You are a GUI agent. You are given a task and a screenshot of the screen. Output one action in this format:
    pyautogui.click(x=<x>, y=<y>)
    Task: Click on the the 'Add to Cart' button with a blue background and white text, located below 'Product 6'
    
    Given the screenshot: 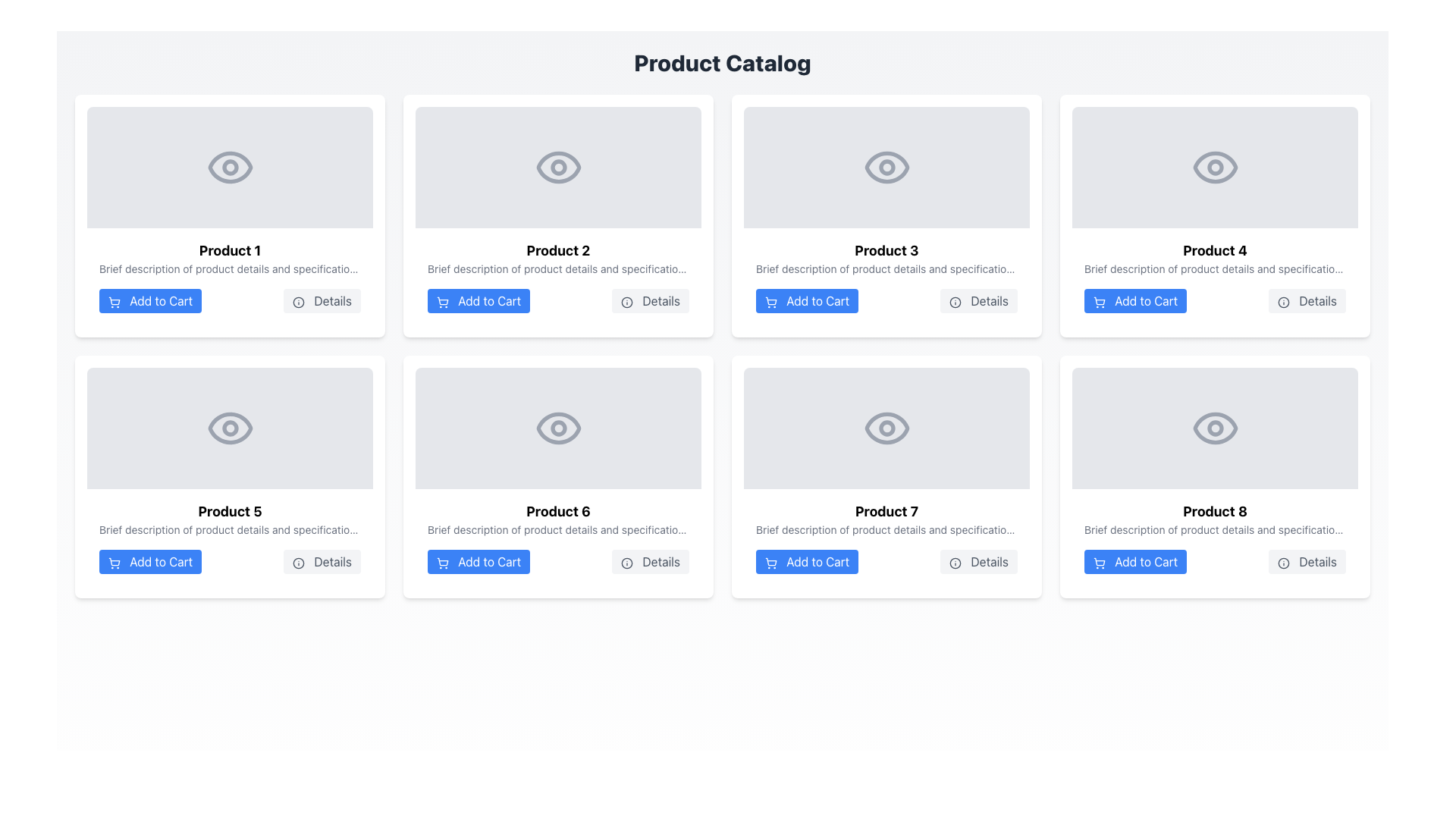 What is the action you would take?
    pyautogui.click(x=478, y=561)
    